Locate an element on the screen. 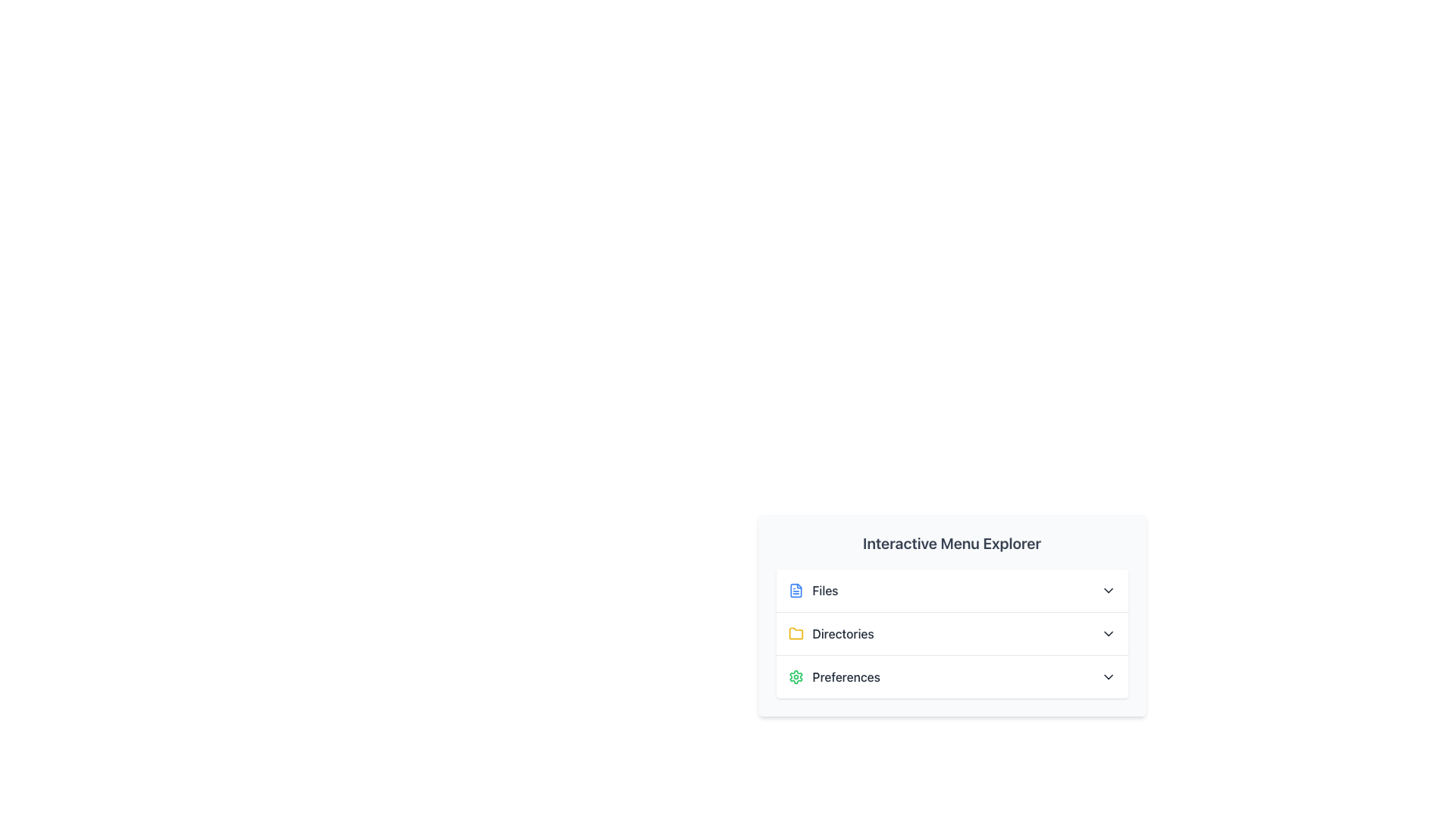  the 'Files' menu option with the file document icon is located at coordinates (812, 590).